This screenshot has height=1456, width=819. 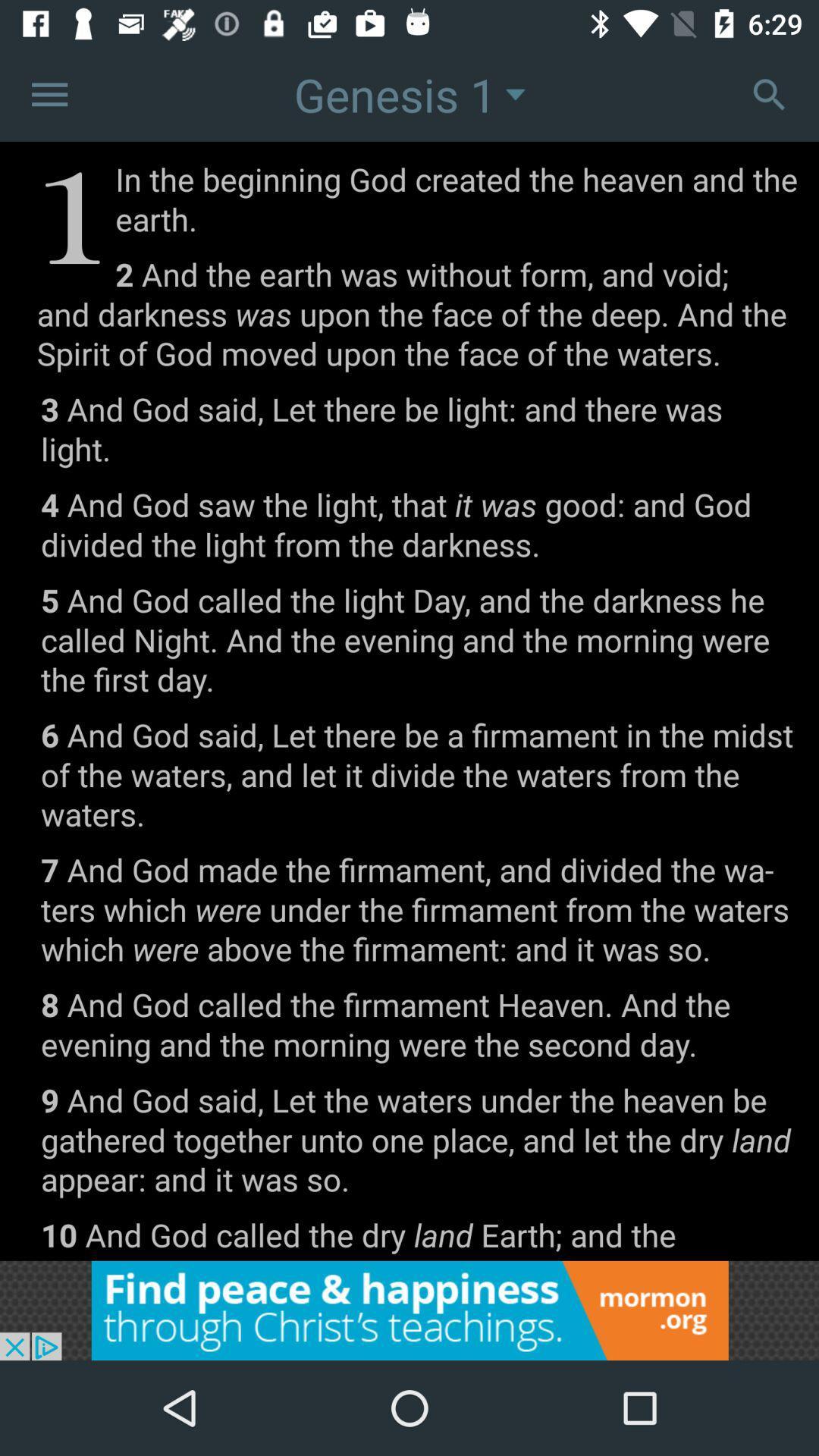 I want to click on settings option, so click(x=769, y=93).